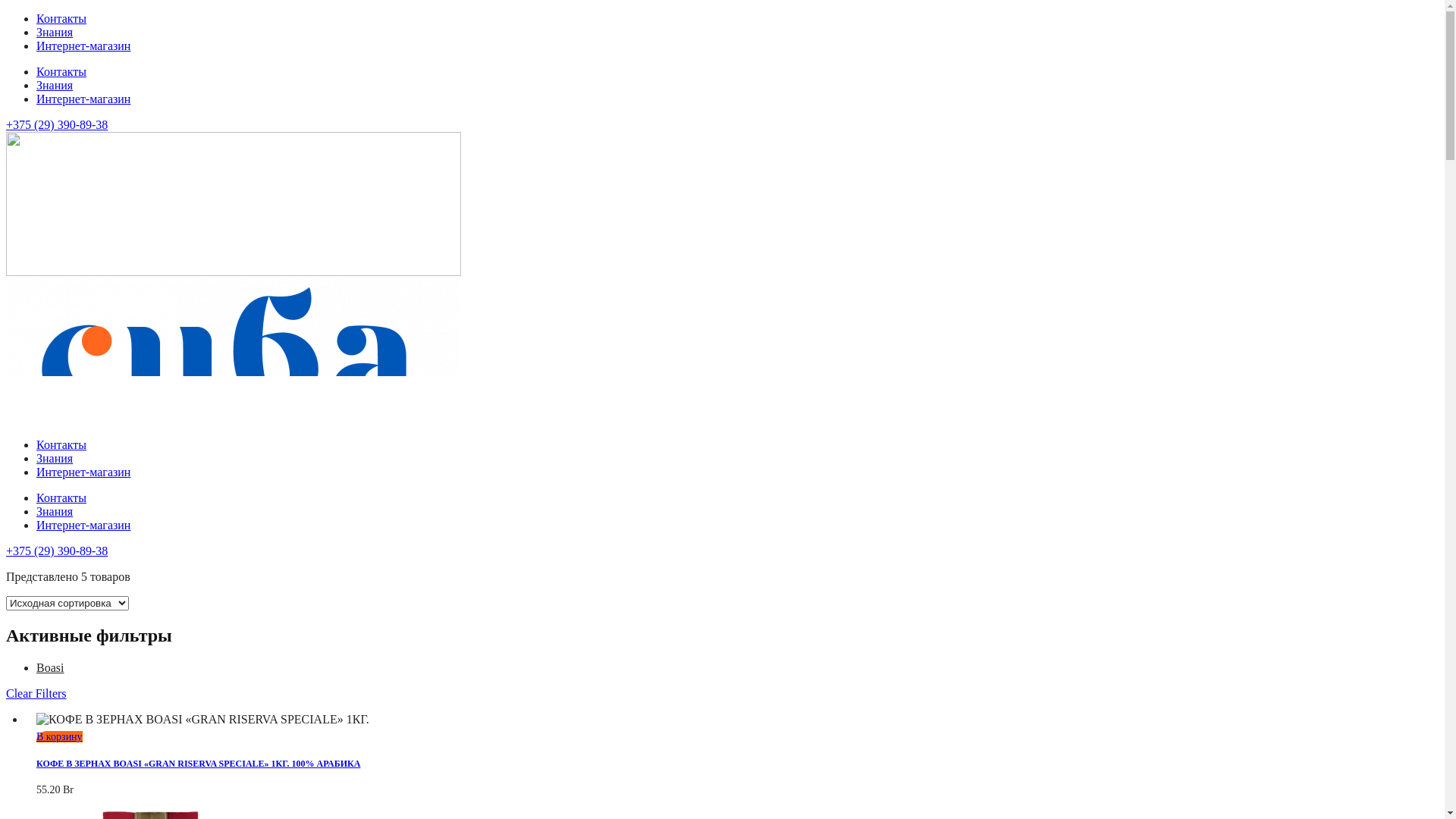 This screenshot has height=819, width=1456. Describe the element at coordinates (36, 667) in the screenshot. I see `'Boasi'` at that location.